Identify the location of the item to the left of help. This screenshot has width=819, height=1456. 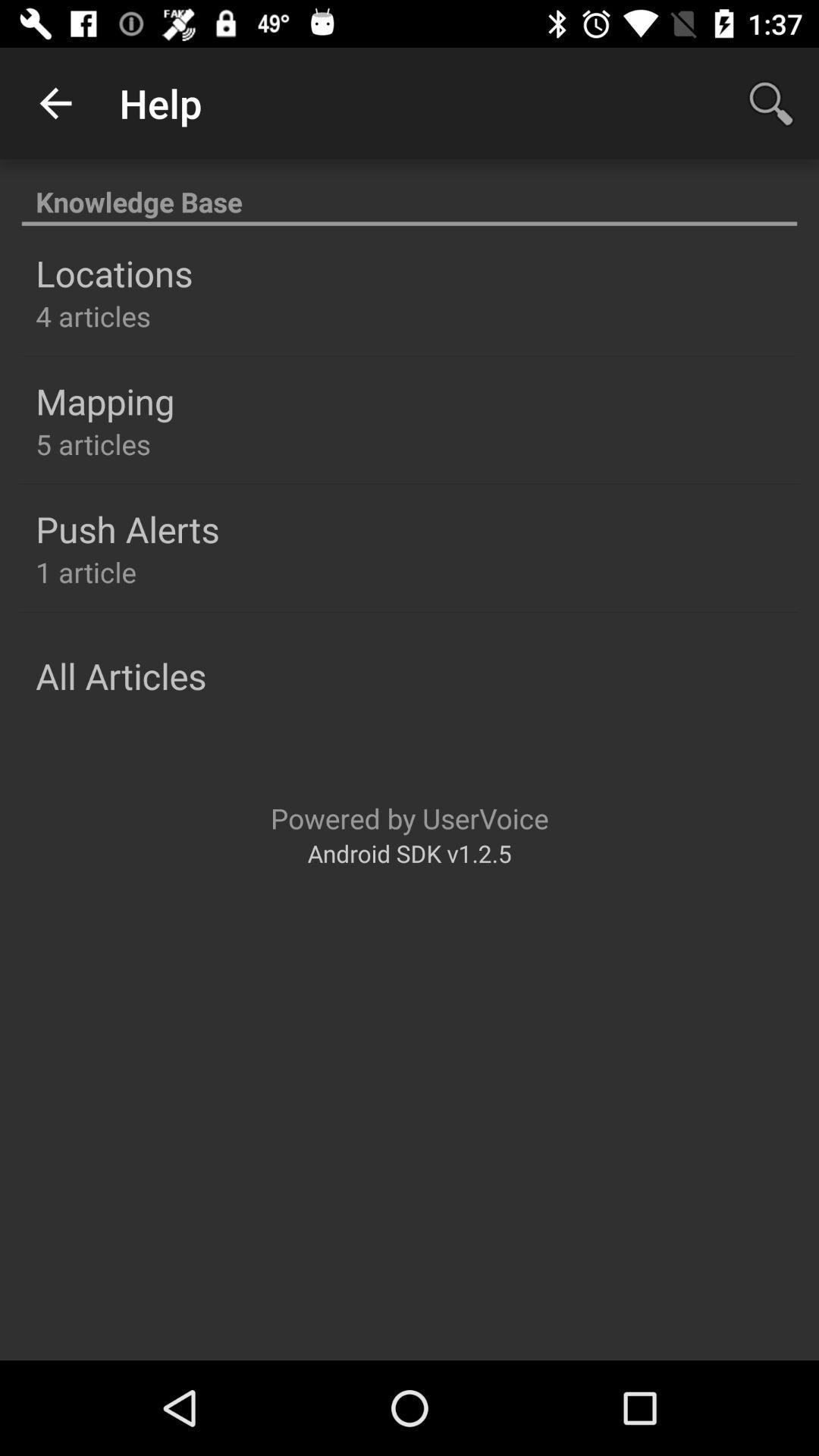
(55, 102).